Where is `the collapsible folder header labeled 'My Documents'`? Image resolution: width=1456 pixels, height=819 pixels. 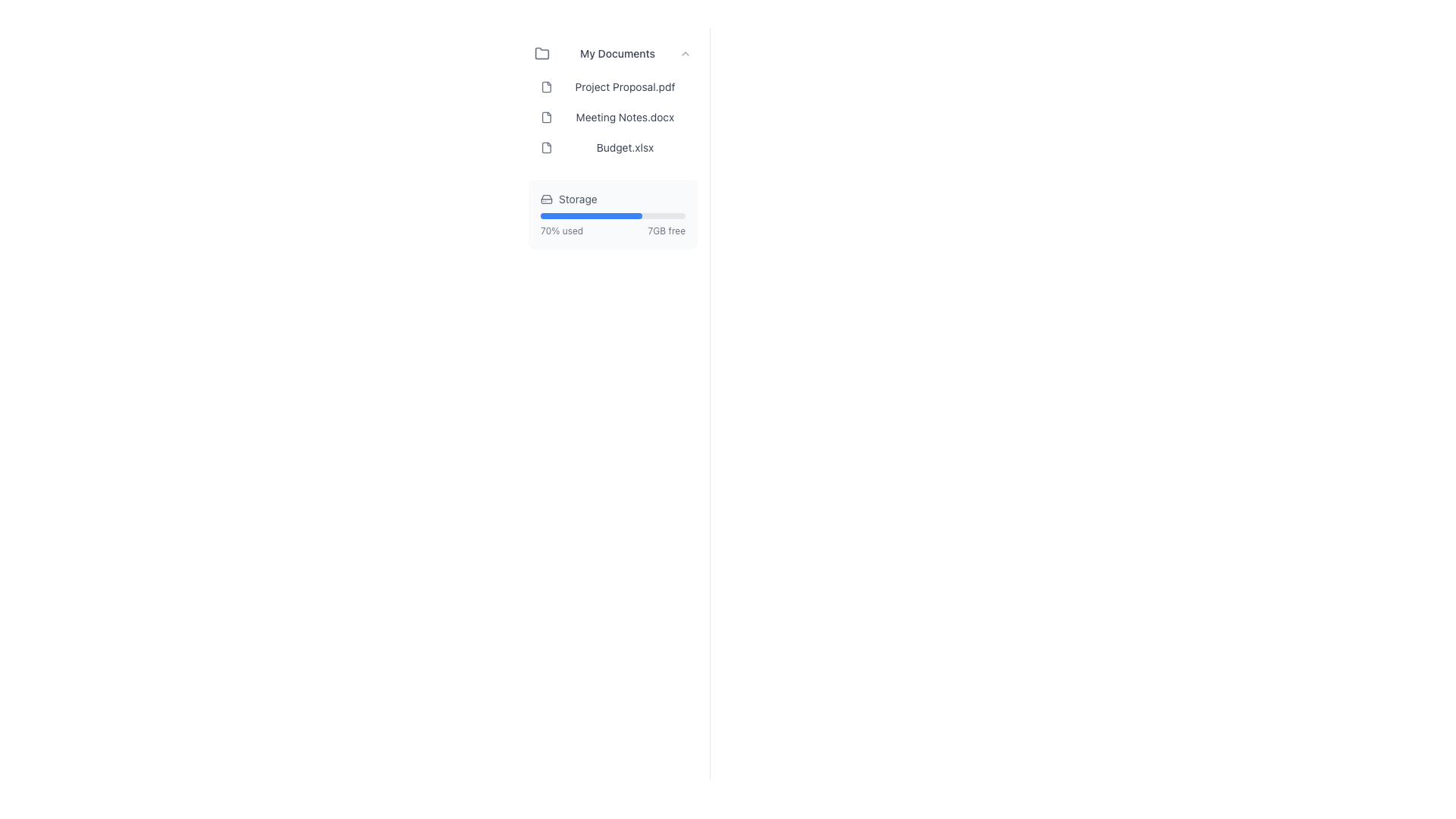 the collapsible folder header labeled 'My Documents' is located at coordinates (613, 52).